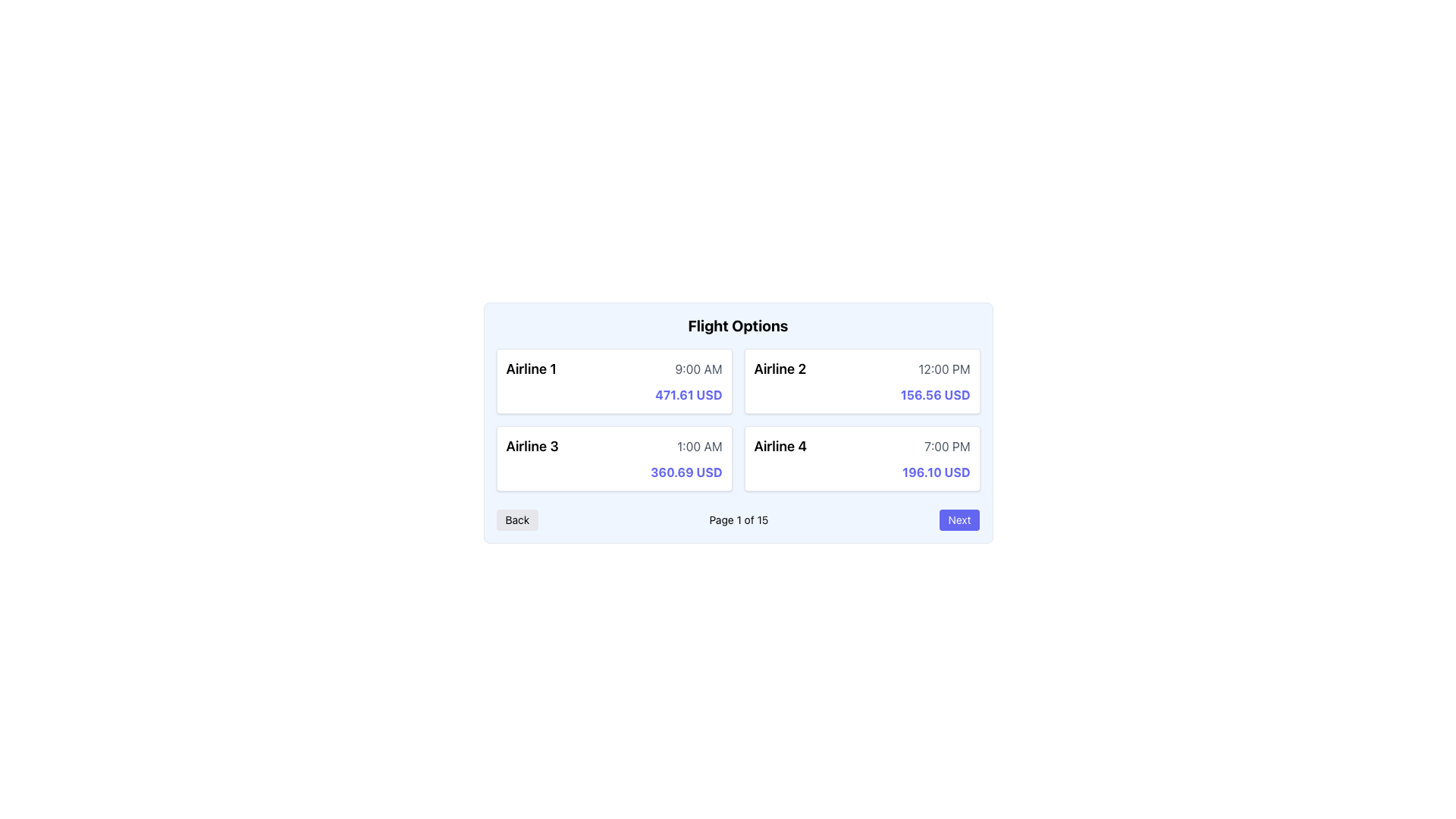  I want to click on the 'Next' button with rounded corners, which is located at the bottom-right corner of the pagination controls, to observe hover effects, so click(959, 519).